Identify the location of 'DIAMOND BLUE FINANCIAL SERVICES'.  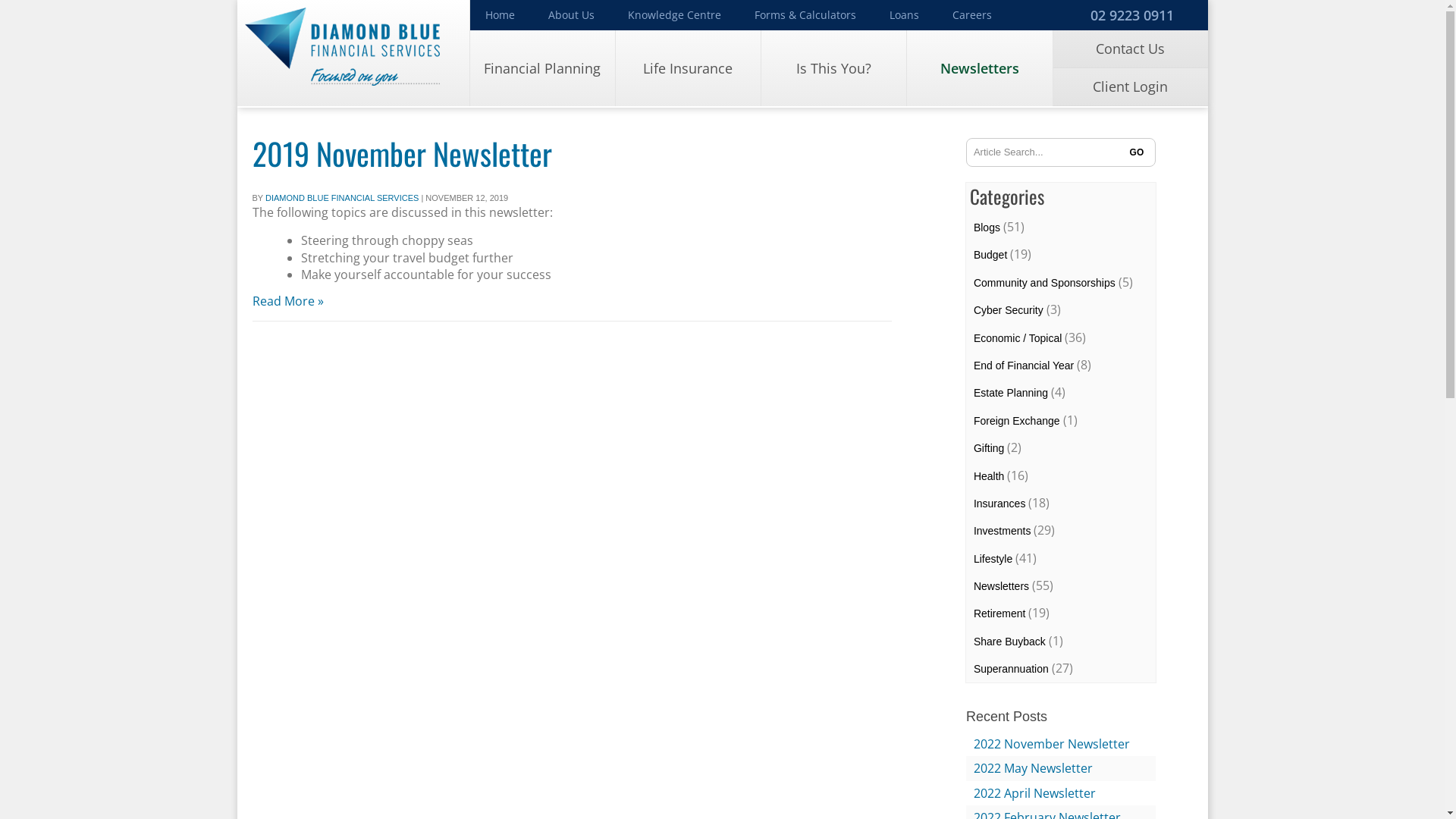
(265, 197).